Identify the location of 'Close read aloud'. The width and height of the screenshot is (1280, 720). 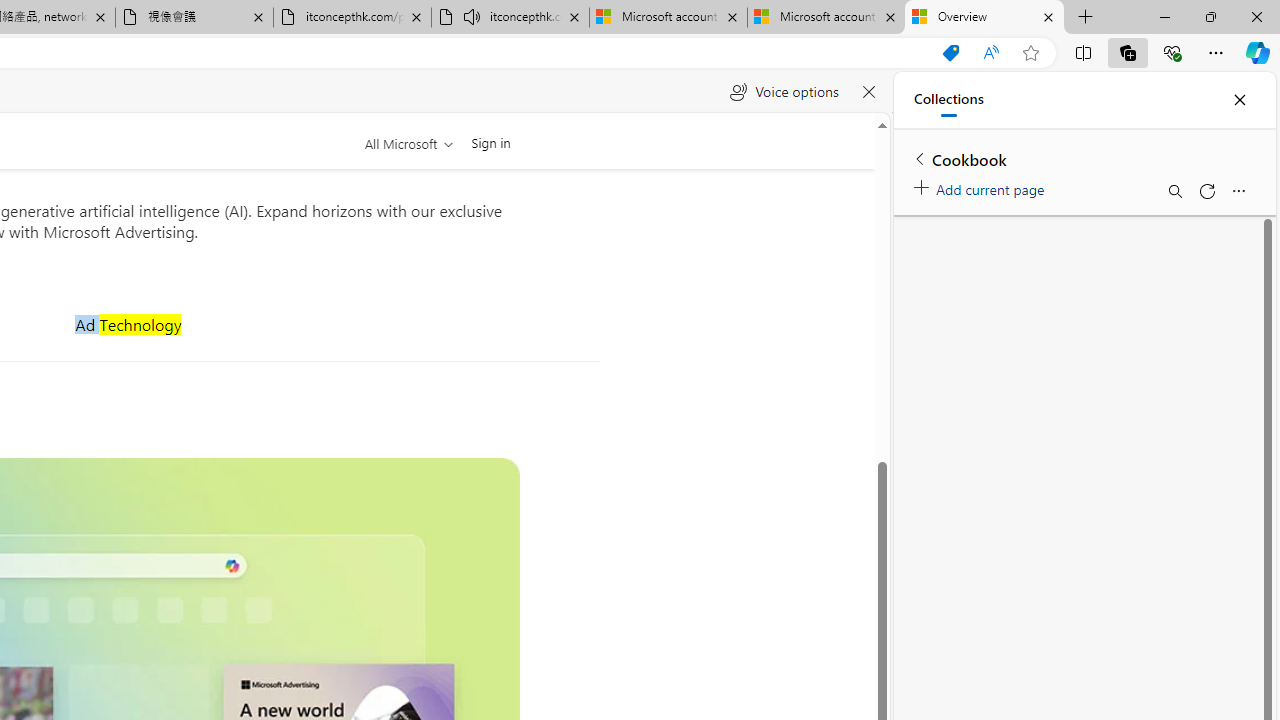
(868, 92).